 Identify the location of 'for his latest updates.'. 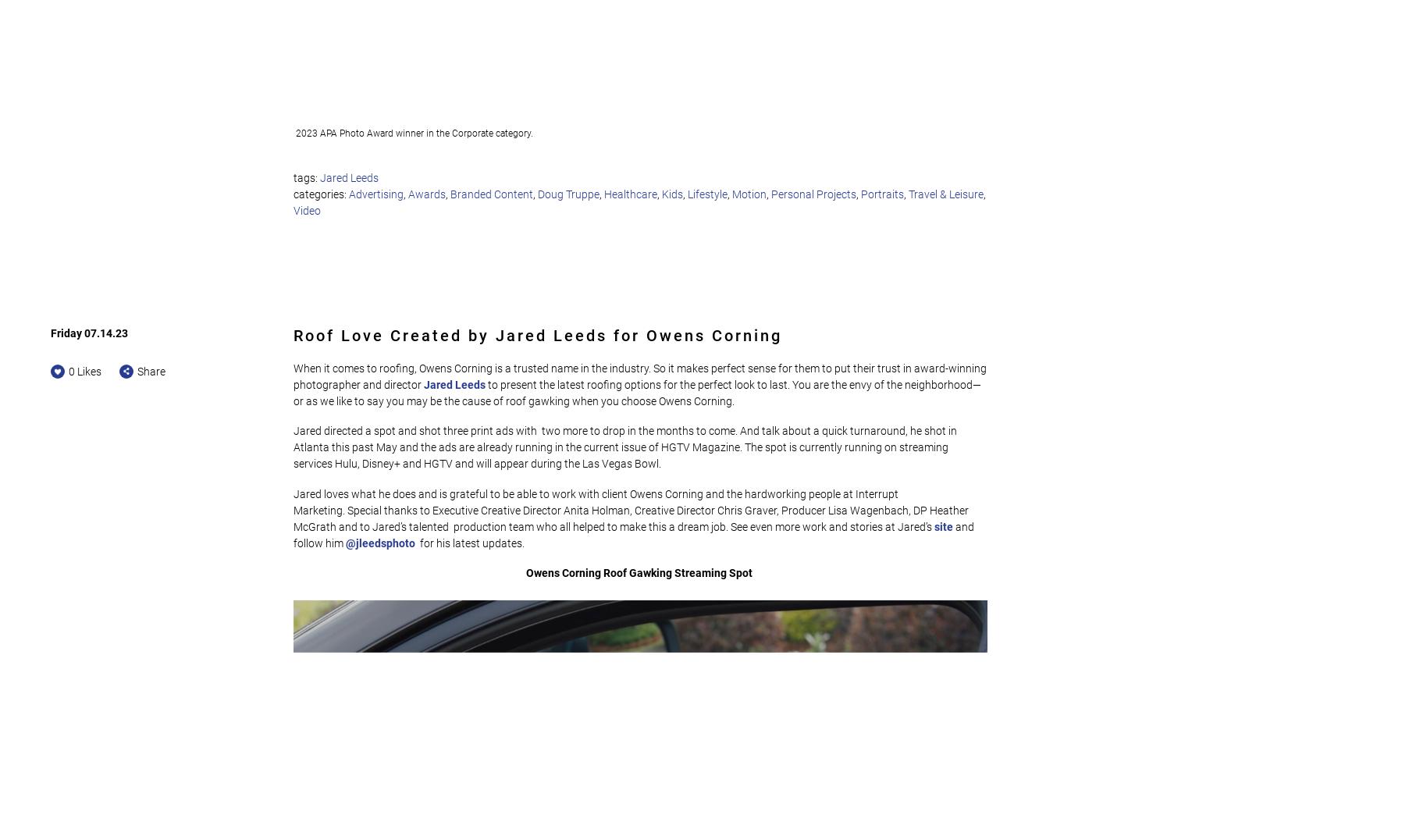
(470, 542).